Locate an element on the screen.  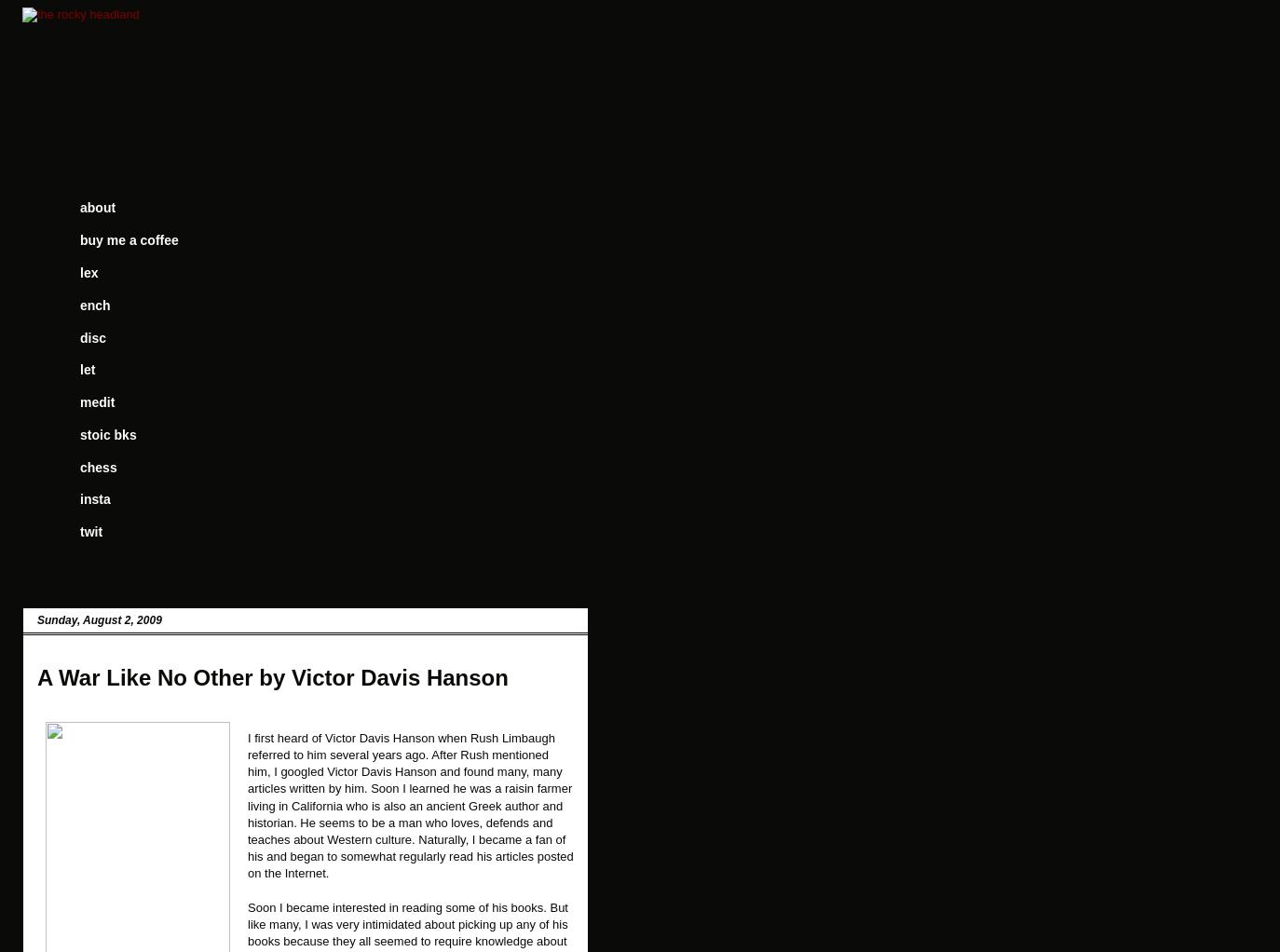
'lex' is located at coordinates (88, 271).